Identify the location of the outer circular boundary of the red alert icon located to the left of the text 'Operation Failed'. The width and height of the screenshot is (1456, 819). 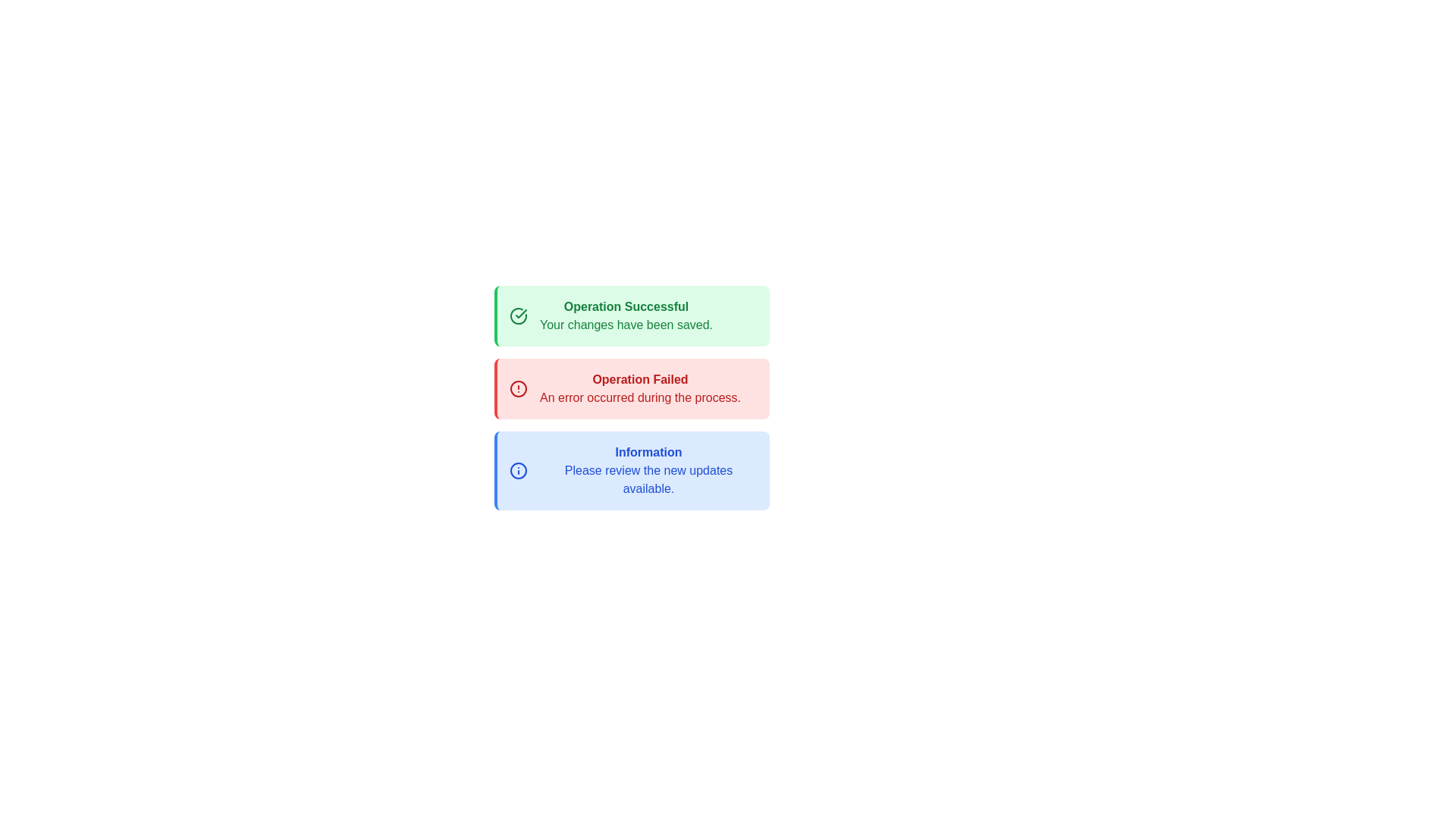
(519, 388).